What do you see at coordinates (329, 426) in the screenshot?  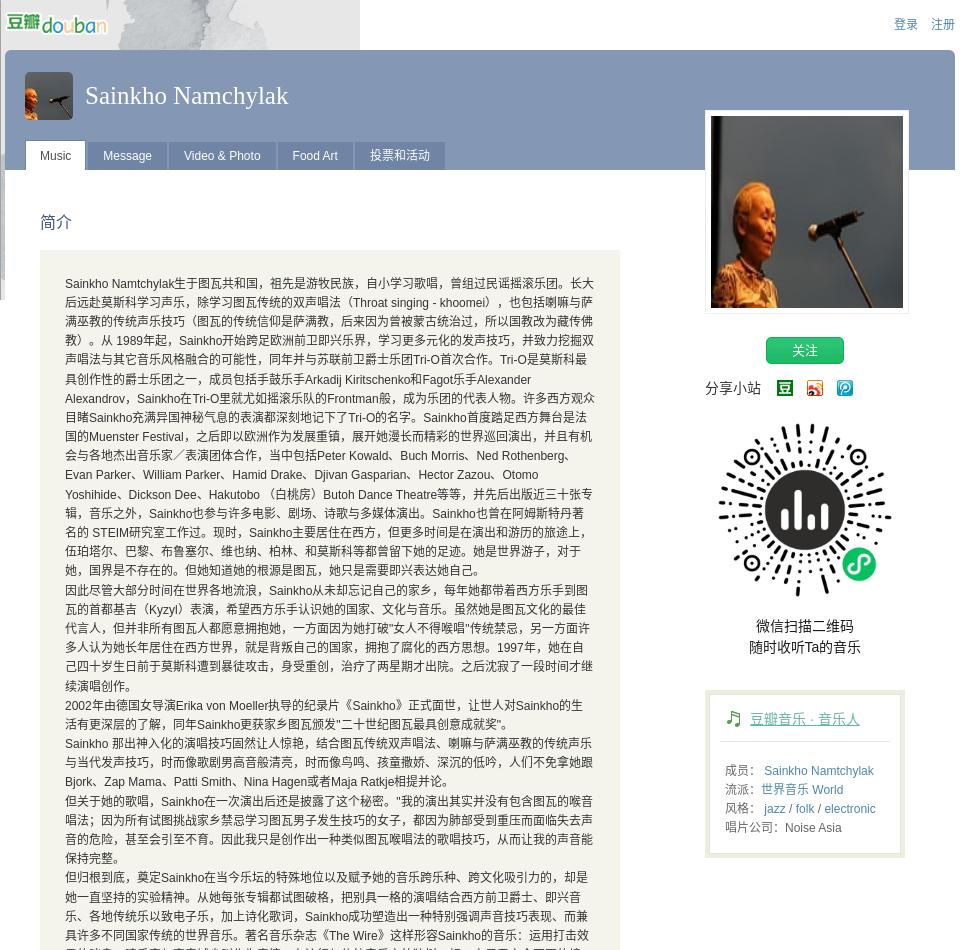 I see `'Sainkho Namtchylak生于图瓦共和国，祖先是游牧民族，自小学习歌唱，曾组过民谣摇滚乐团。长大后远赴莫斯科学习声乐，除学习图瓦传统的双声唱法（Throat singing - khoomei），也包括喇嘛与萨满巫教的传统声乐技巧（图瓦的传统信仰是萨满教，后来因为曾被蒙古统治过，所以国教改为藏传佛教）。从 1989年起，Sainkho开始跨足欧洲前卫即兴乐界，学习更多元化的发声技巧，并致力挖掘双声唱法与其它音乐风格融合的可能性，同年并与苏联前卫爵士乐团Tri-O首次合作。Tri-O是莫斯科最具创作性的爵士乐团之一，成员包括手鼓乐手Arkadij Kiritschenko和Fagot乐手Alexander Alexandrov，Sainkho在Tri-O里就尤如摇滚乐队的Frontman般，成为乐团的代表人物。许多西方观众目睹Sainkho充满异国神秘气息的表演都深刻地记下了Tri-O的名字。Sainkho首度踏足西方舞台是法国的Muenster Festival，之后即以欧洲作为发展重镇，展开她漫长而精彩的世界巡回演出，并且有机会与各地杰出音乐家／表演团体合作，当中包括Peter Kowald、Buch Morris、Ned Rothenberg、Evan Parker、William Parker、Hamid Drake、Djivan Gasparian、Hector Zazou、Otomo Yoshihide、Dickson Dee、Hakutobo （白桃房）Butoh Dance Theatre等等，并先后出版近三十张专辑，音乐之外，Sainkho也参与许多电影、剧场、诗歌与多媒体演出。Sainkho也曾在阿姆斯特丹著名的 STEIM研究室工作过。现时，Sainkho主要居住在西方，但更多时间是在演出和游历的旅途上，伍珀塔尔、巴黎、布鲁塞尔、维也纳、柏林、和莫斯科等都曾留下她的足迹。她是世界游子，对于她，国界是不存在的。但她知道她的根源是图瓦，她只是需要即兴表达她自己。'` at bounding box center [329, 426].